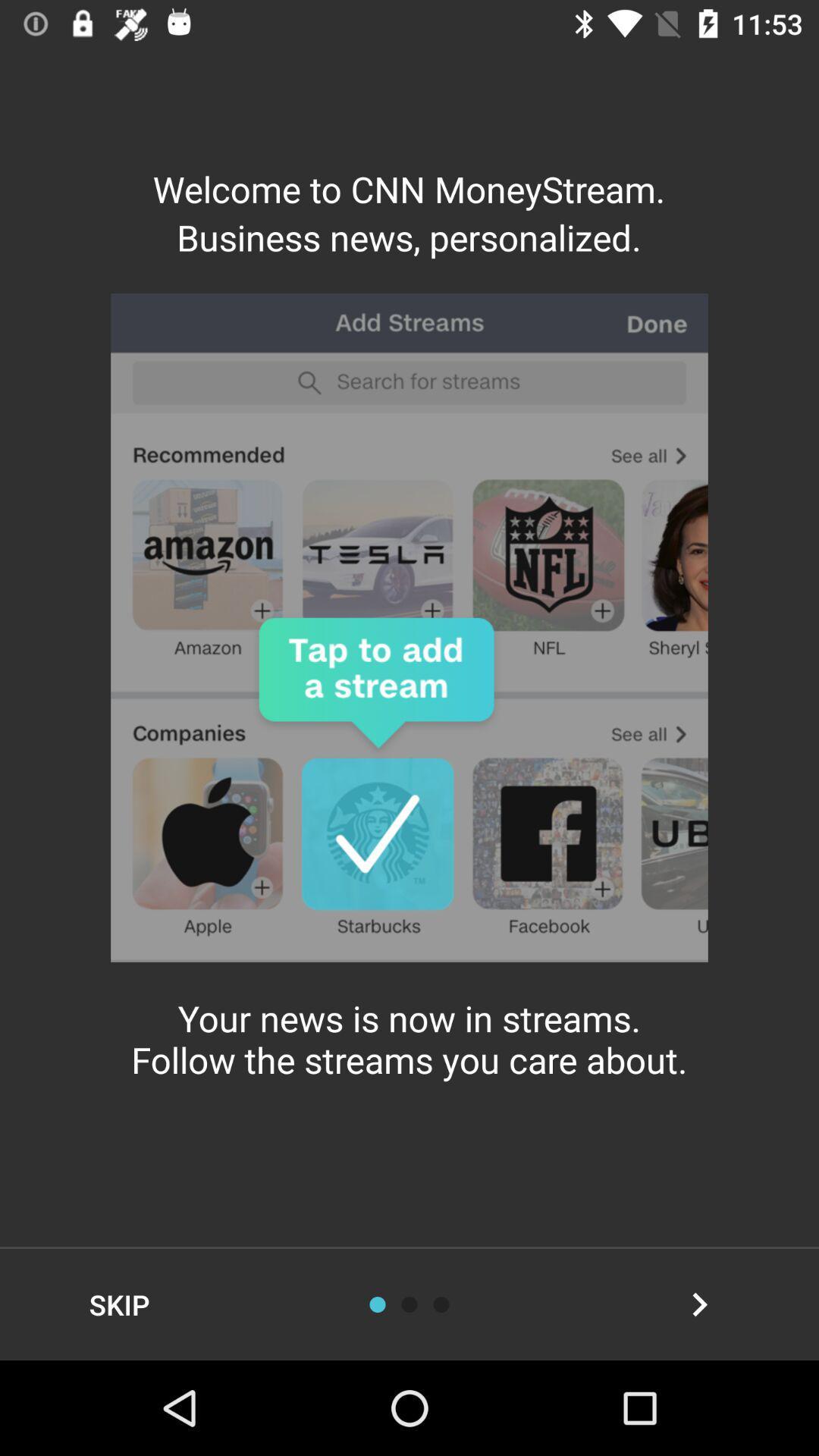  Describe the element at coordinates (441, 1304) in the screenshot. I see `switches to paused item` at that location.